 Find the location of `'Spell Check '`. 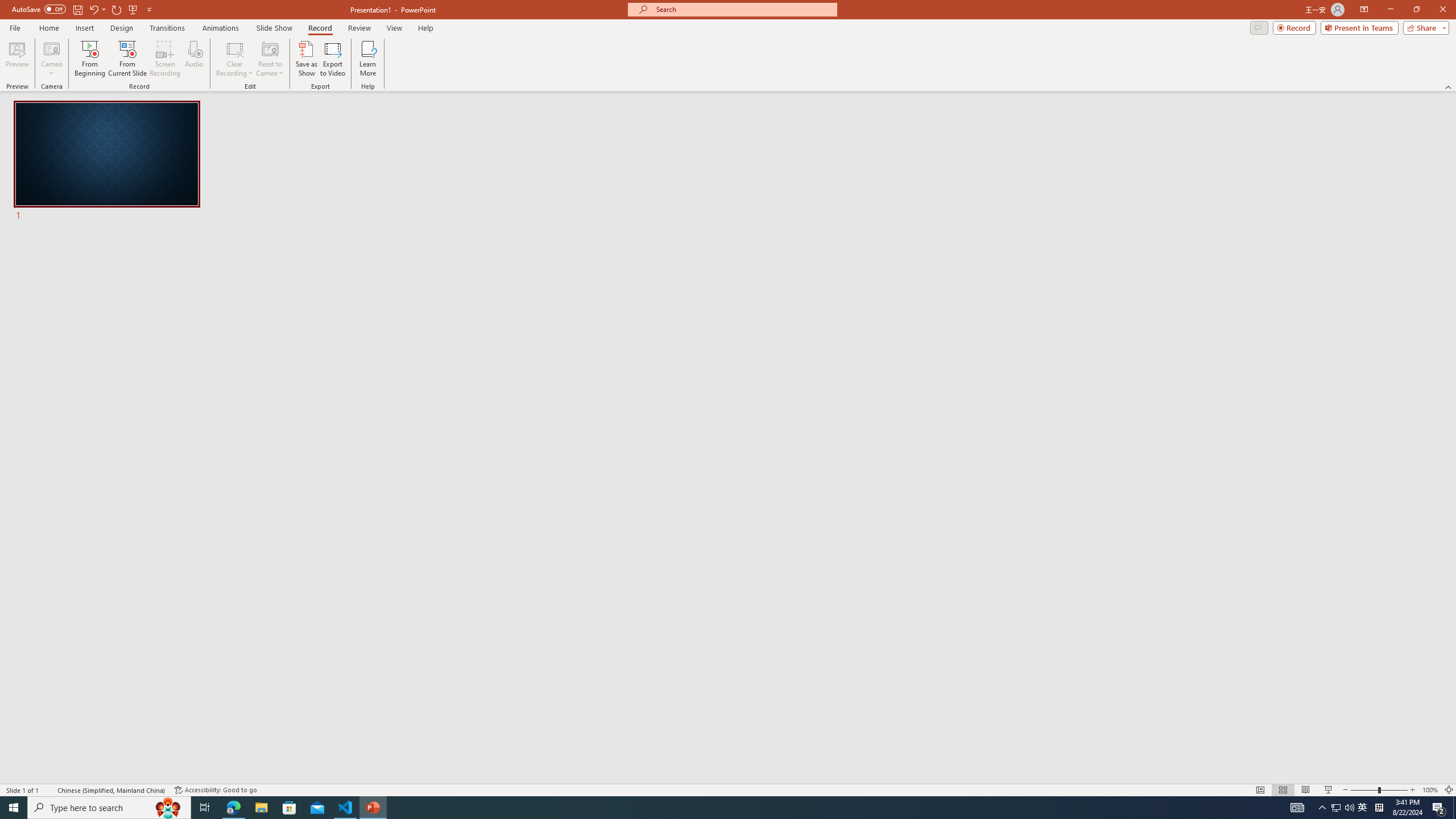

'Spell Check ' is located at coordinates (49, 790).